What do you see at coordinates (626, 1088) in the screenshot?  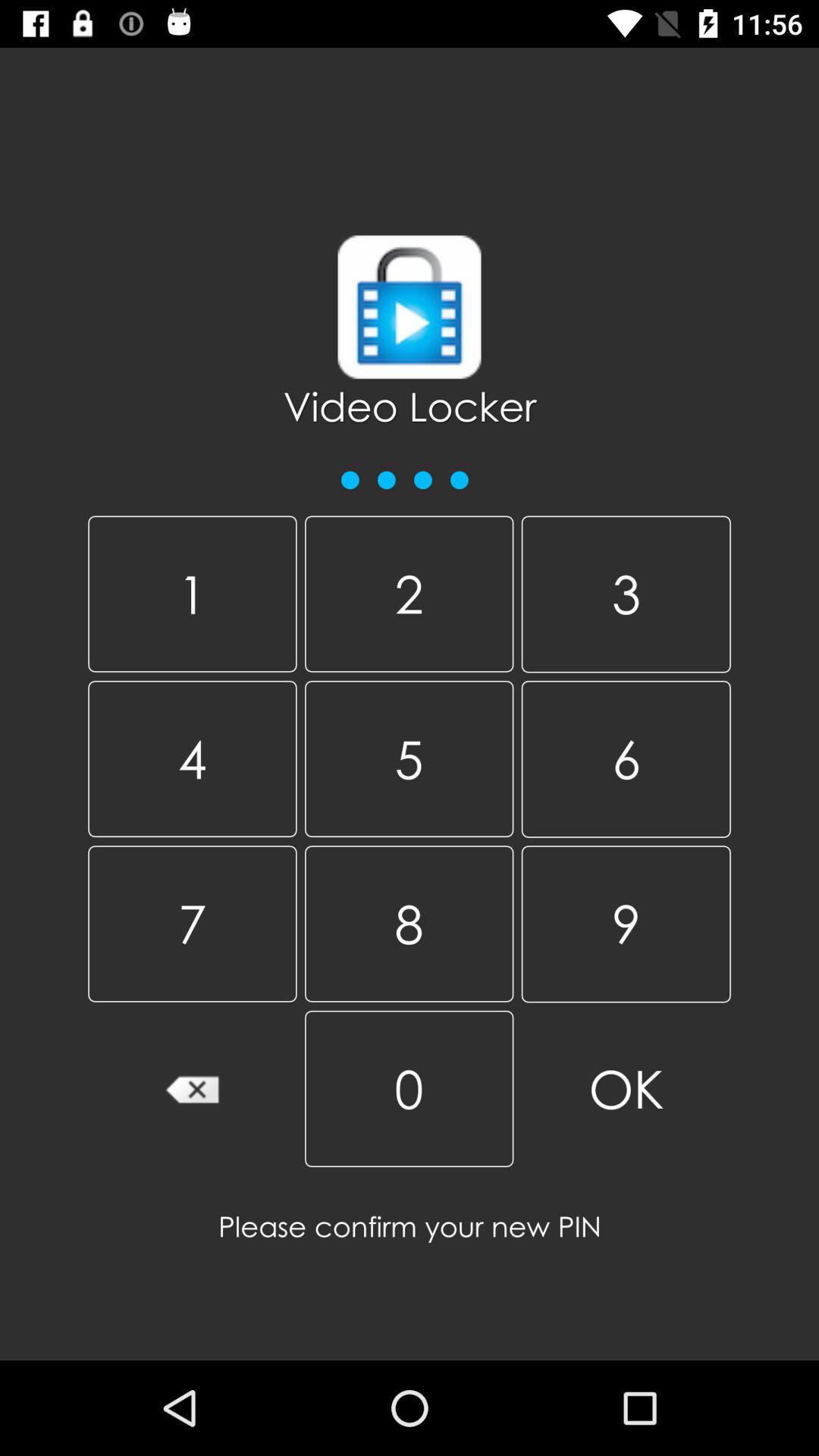 I see `the ok icon` at bounding box center [626, 1088].